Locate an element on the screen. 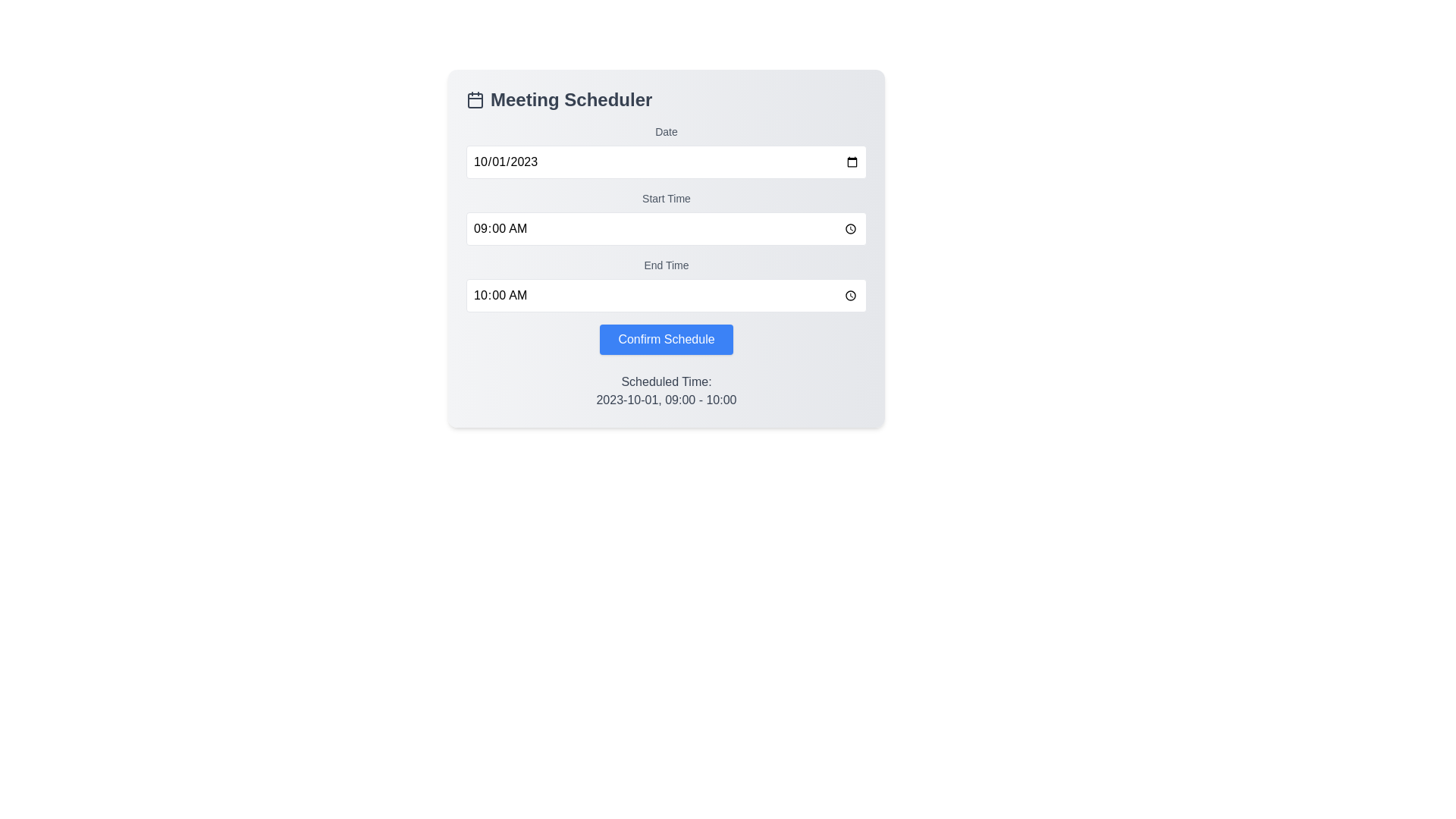 The image size is (1456, 819). the confirmation button located centrally below the 'End Time' input field to observe the hover effect is located at coordinates (666, 338).